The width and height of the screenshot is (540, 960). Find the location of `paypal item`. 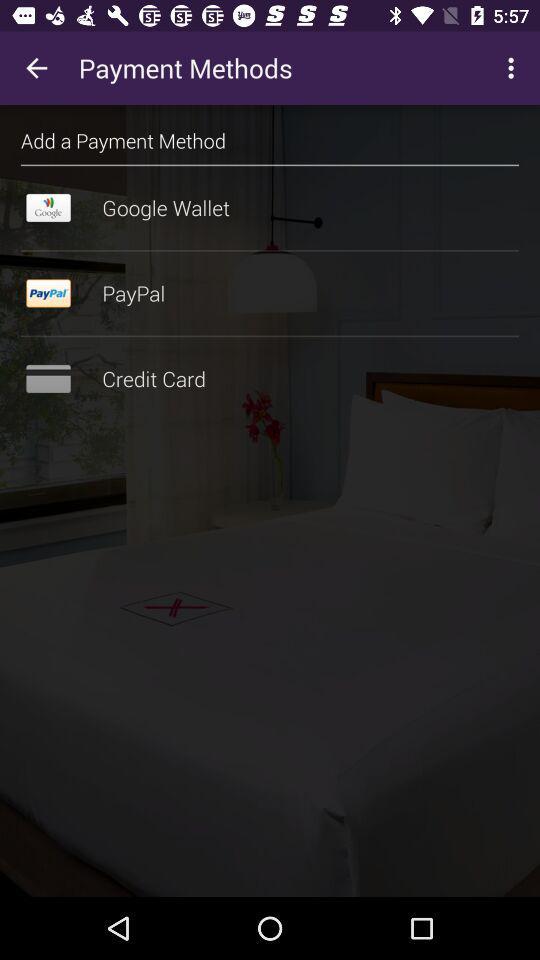

paypal item is located at coordinates (270, 292).